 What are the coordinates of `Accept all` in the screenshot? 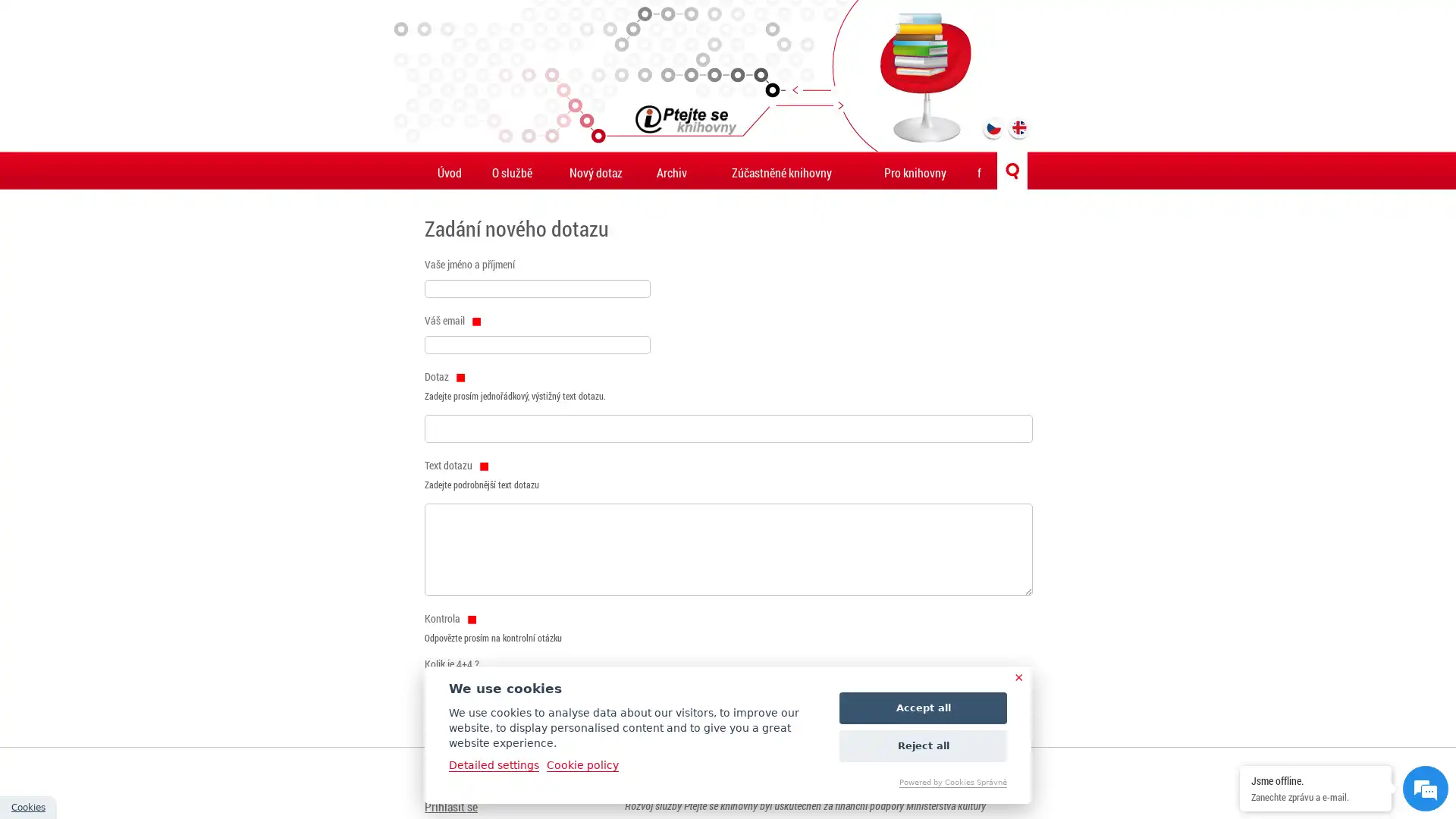 It's located at (922, 708).